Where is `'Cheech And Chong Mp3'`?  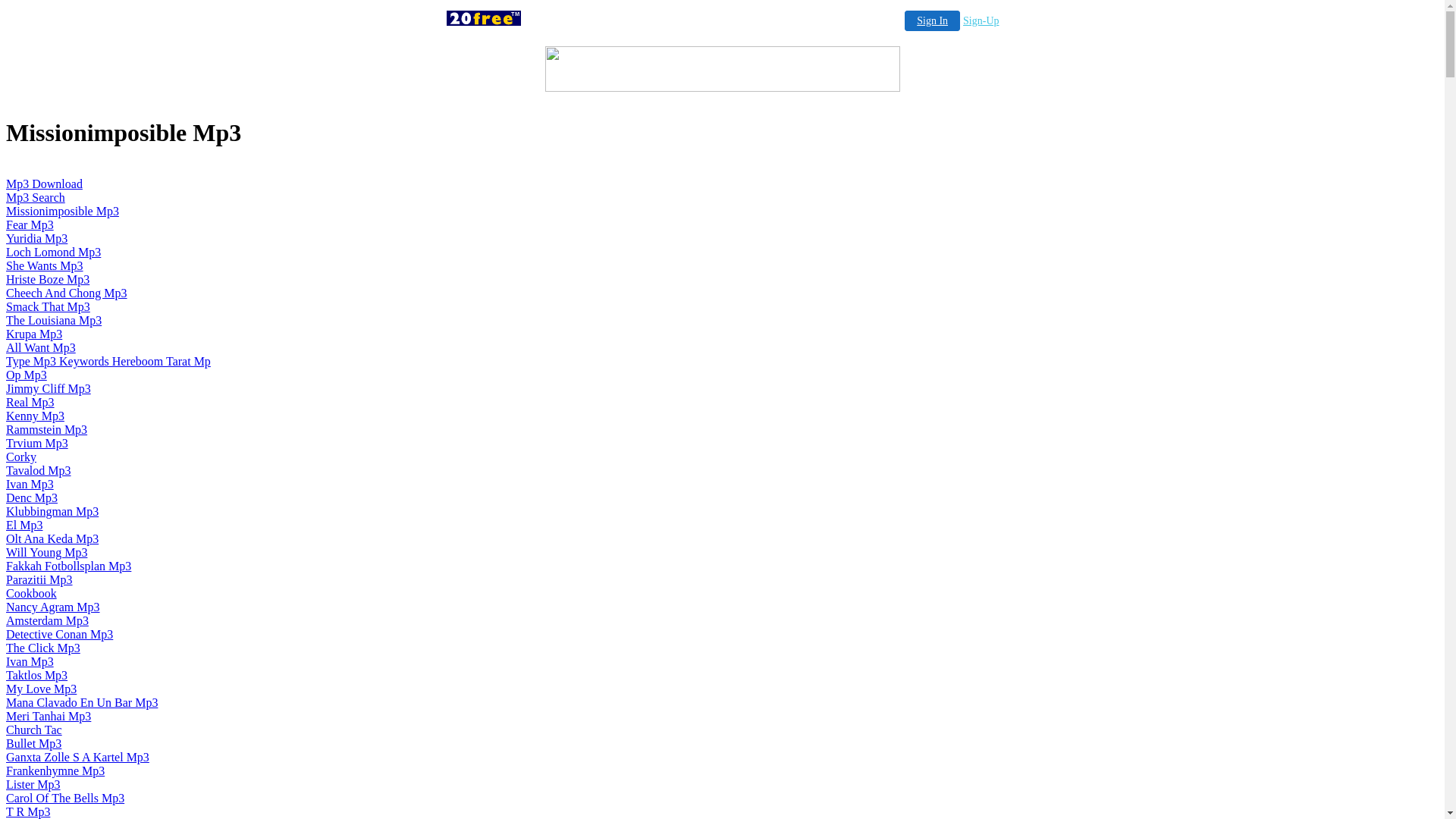 'Cheech And Chong Mp3' is located at coordinates (65, 293).